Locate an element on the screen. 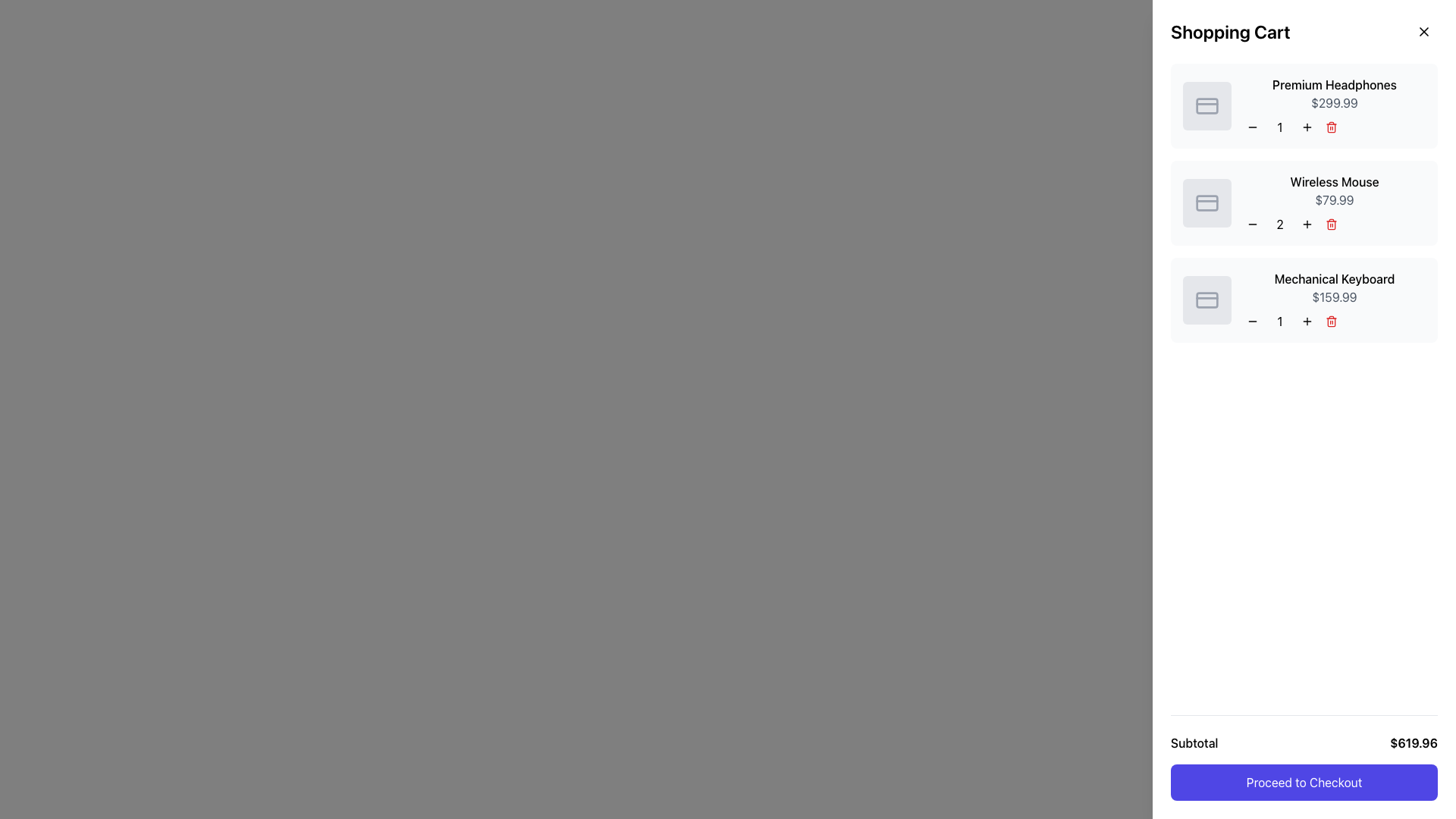 The height and width of the screenshot is (819, 1456). the main rectangular body of the credit card icon in the shopping cart interface, located adjacent to the 'Mechanical Keyboard' item is located at coordinates (1207, 300).